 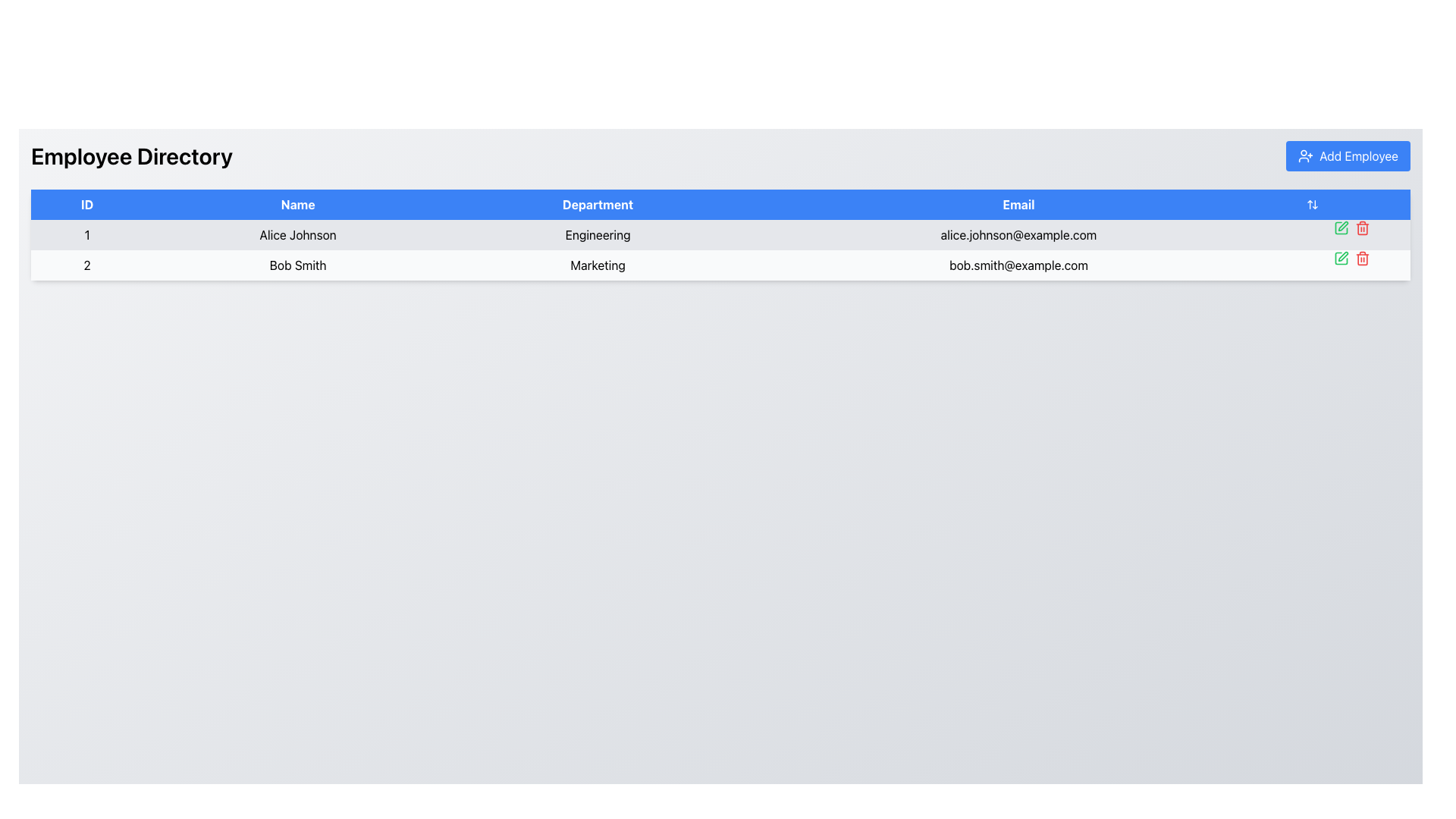 I want to click on the graphical icon that resembles a square outline with an open bottom-right area, located on the right side of the second row of the table within the 'Edit' button icon group, so click(x=1341, y=257).